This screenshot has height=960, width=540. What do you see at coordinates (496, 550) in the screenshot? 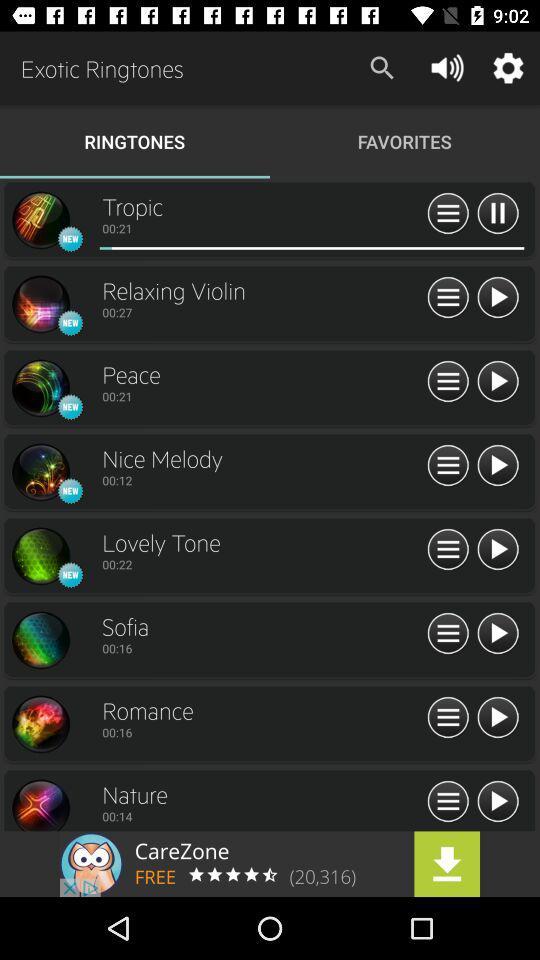
I see `the fifth row play button` at bounding box center [496, 550].